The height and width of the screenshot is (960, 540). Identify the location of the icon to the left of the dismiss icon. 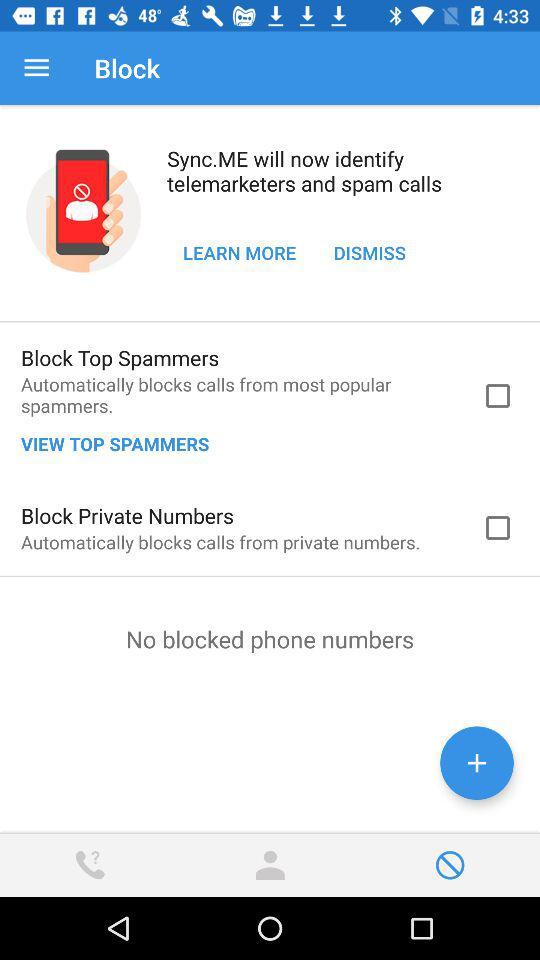
(239, 251).